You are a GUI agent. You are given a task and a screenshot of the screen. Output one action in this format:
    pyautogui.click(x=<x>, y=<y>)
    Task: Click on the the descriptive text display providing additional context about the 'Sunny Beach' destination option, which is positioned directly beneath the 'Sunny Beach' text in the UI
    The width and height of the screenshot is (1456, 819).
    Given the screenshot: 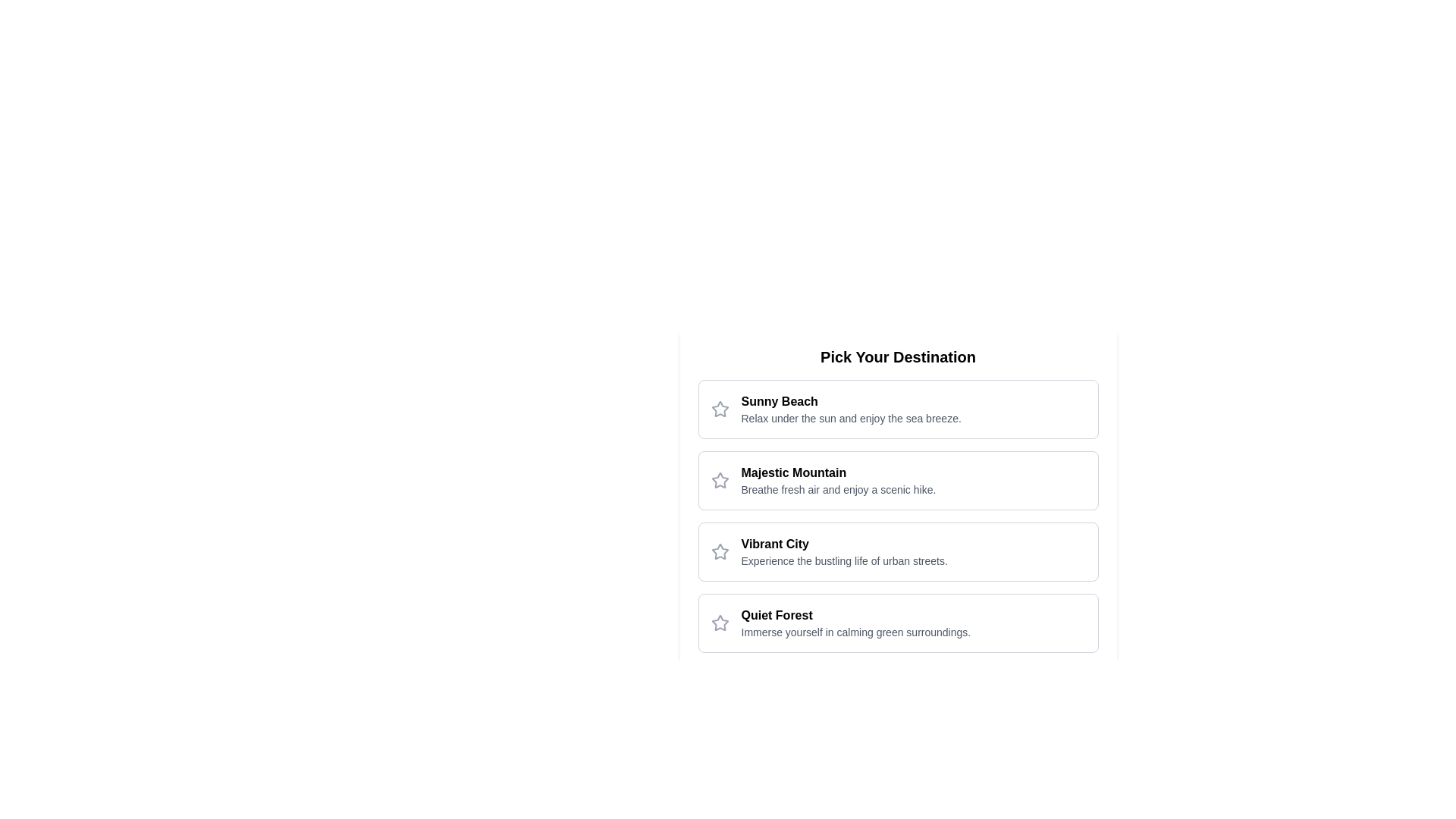 What is the action you would take?
    pyautogui.click(x=851, y=418)
    